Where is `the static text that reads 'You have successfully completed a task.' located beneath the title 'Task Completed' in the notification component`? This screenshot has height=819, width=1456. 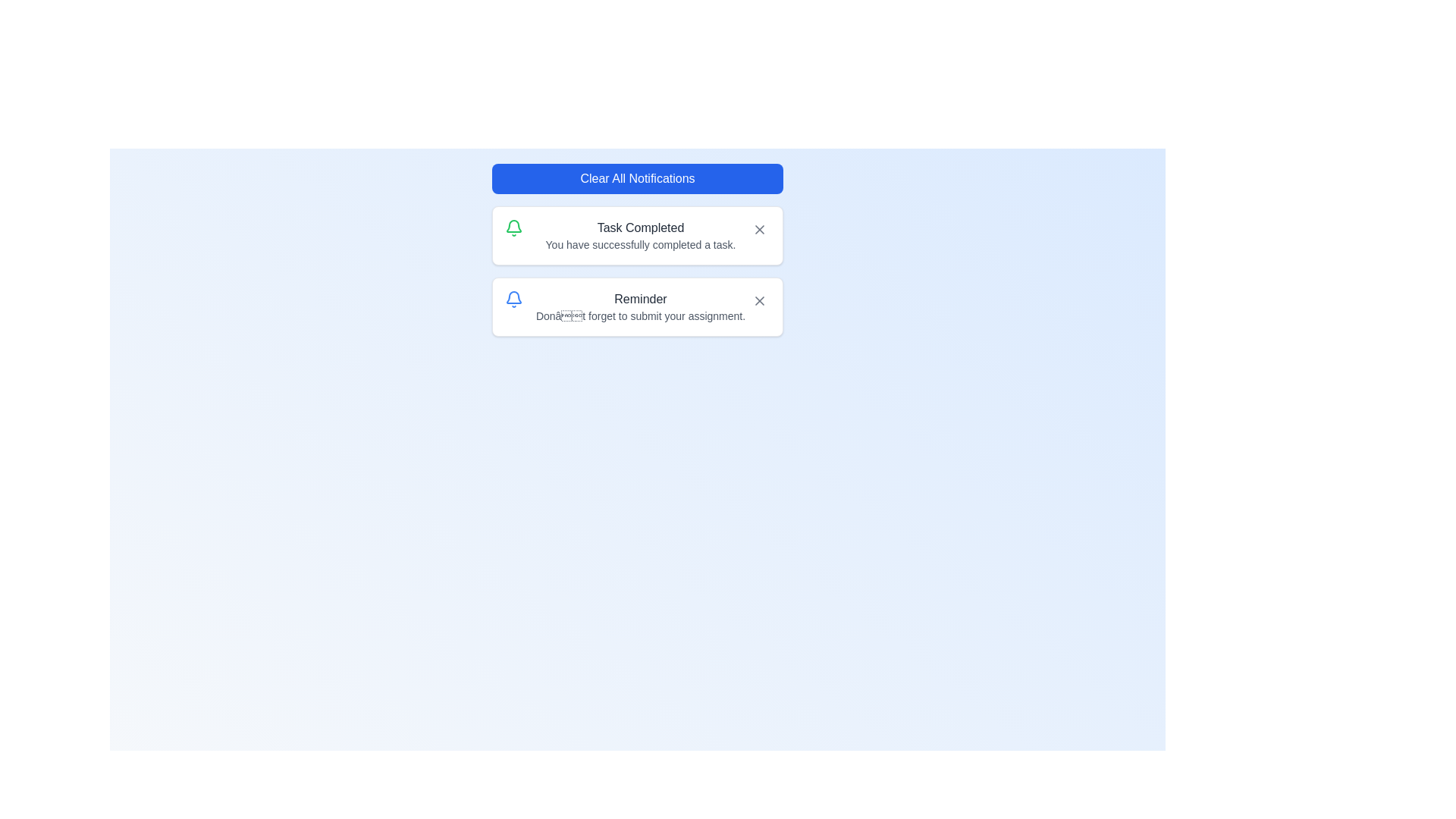
the static text that reads 'You have successfully completed a task.' located beneath the title 'Task Completed' in the notification component is located at coordinates (640, 244).